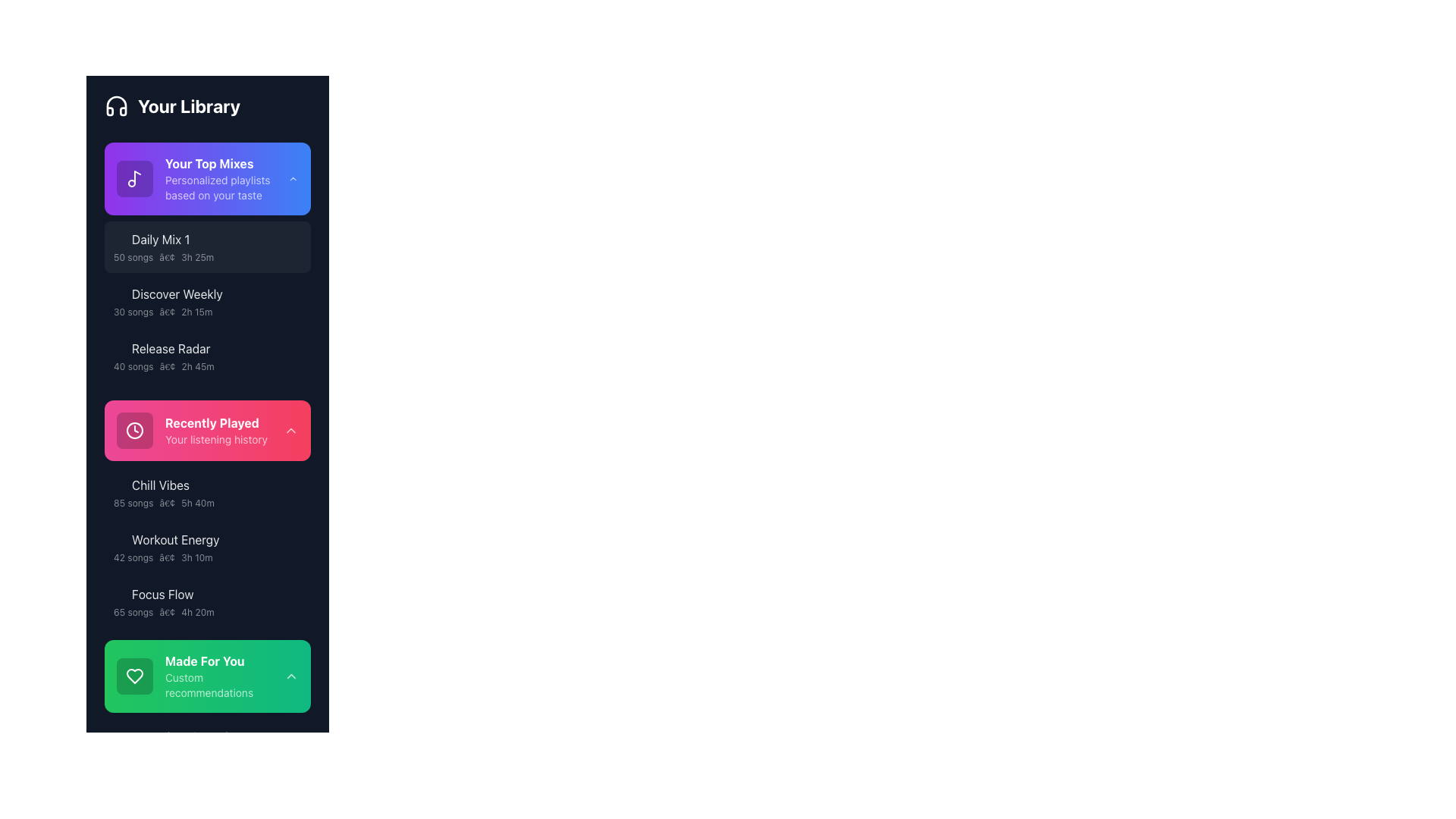 This screenshot has width=1456, height=819. I want to click on the playlist item titled 'Release Radar' located under 'Discover Weekly', so click(206, 356).